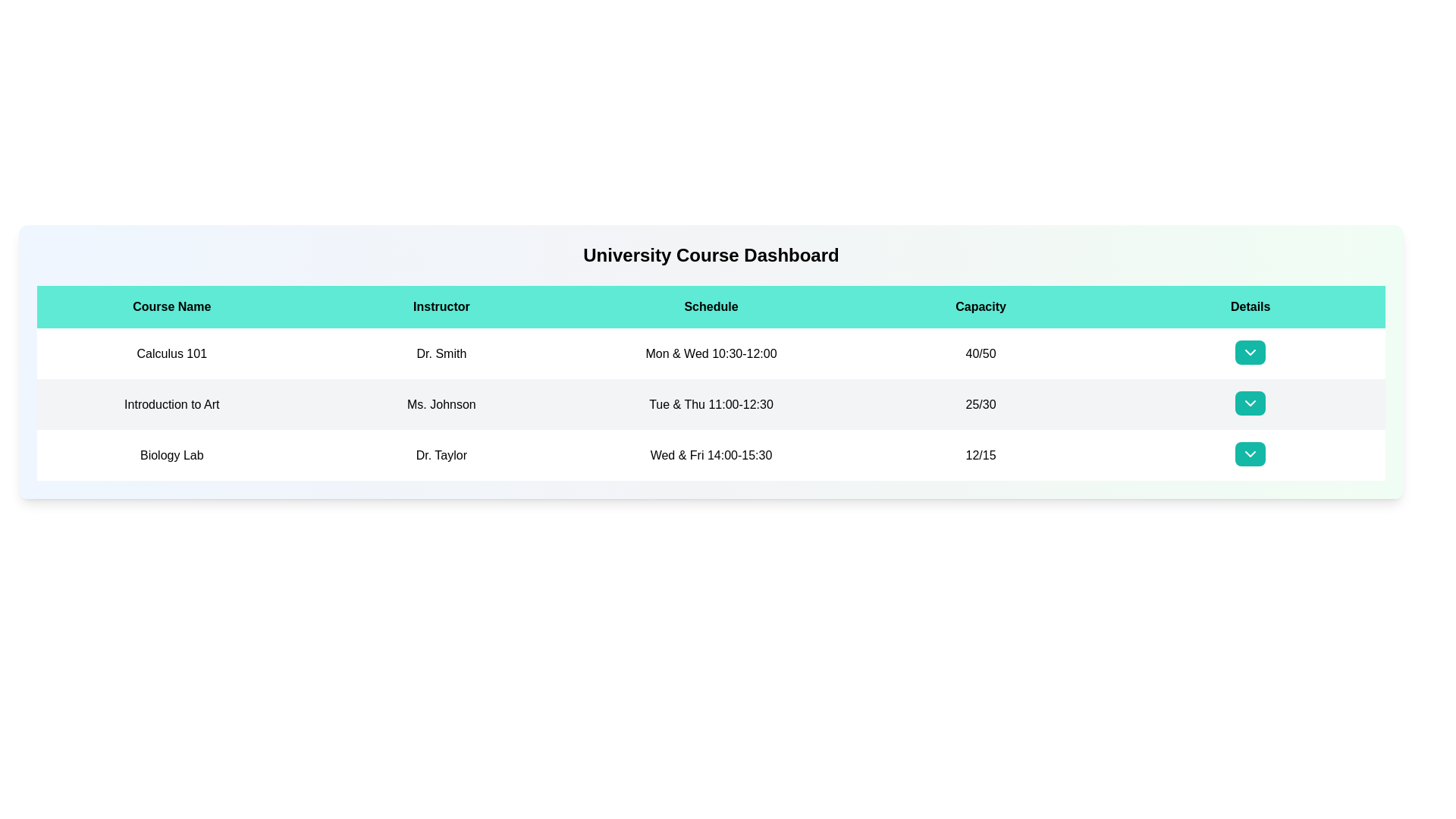 The height and width of the screenshot is (819, 1456). I want to click on the text element that communicates the scheduled class times for 'Biology Lab Dr. Taylor Wed & Fri 14:00-15:30 12/15' in the 'Schedule' column of the table, so click(710, 454).